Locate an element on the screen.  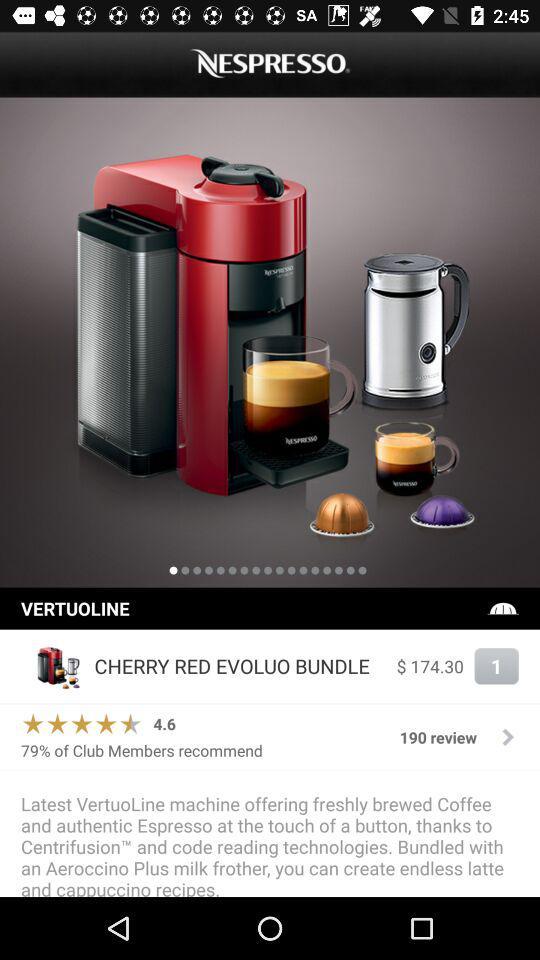
the 4.6 icon is located at coordinates (163, 722).